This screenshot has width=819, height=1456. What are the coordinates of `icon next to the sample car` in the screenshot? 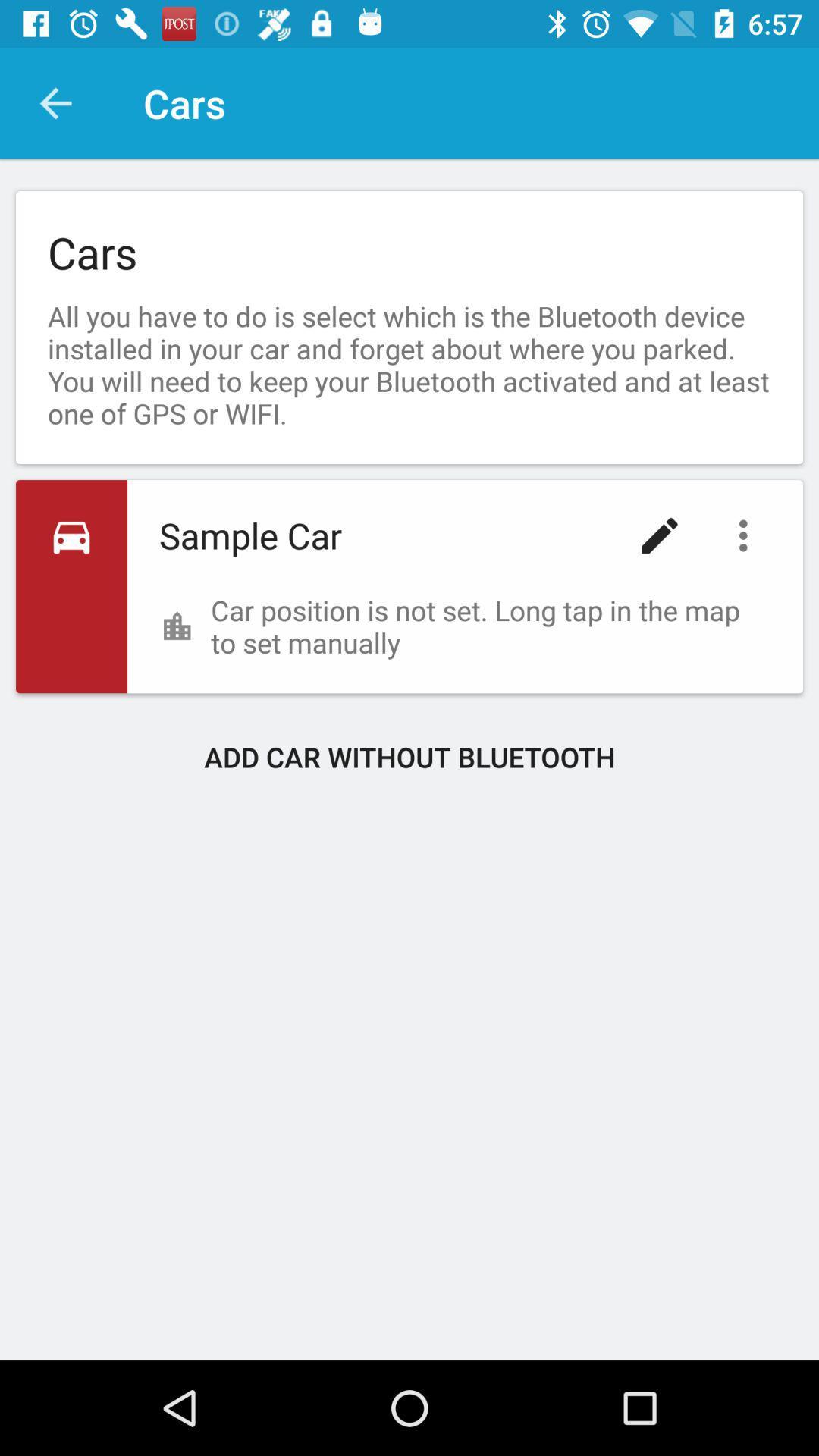 It's located at (659, 535).